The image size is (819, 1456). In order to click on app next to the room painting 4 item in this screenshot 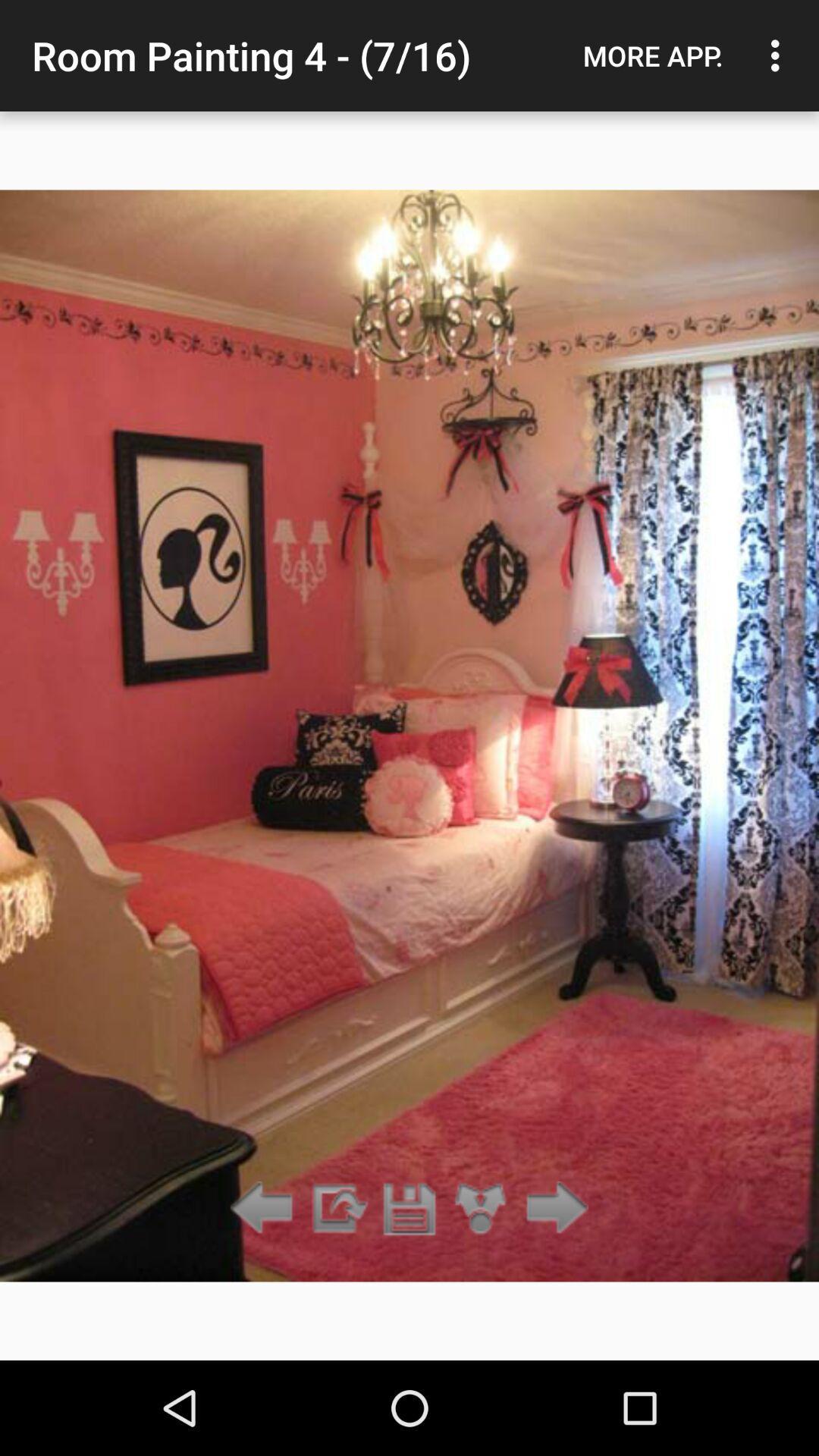, I will do `click(652, 55)`.